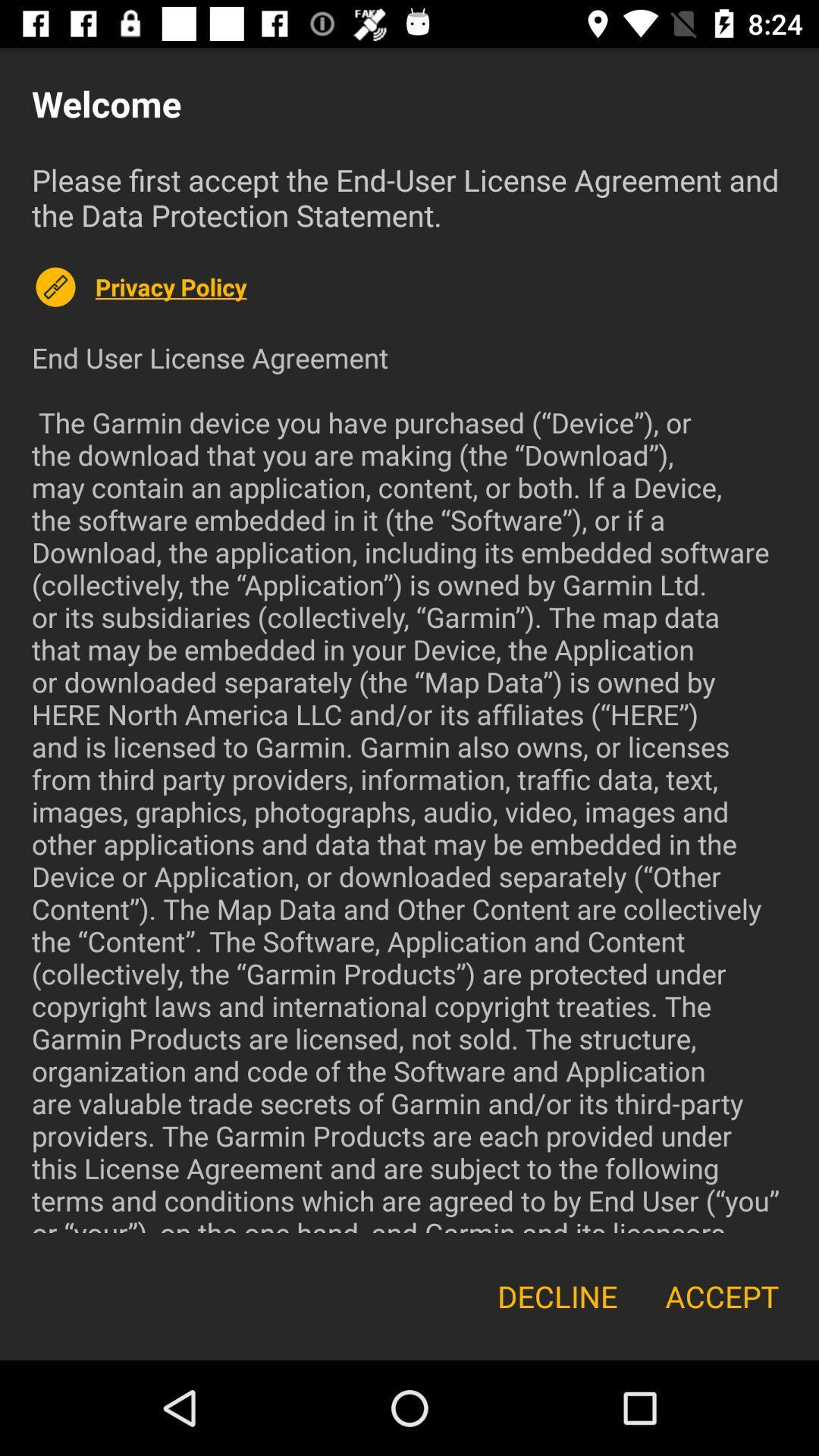 The width and height of the screenshot is (819, 1456). I want to click on the privacy policy, so click(441, 287).